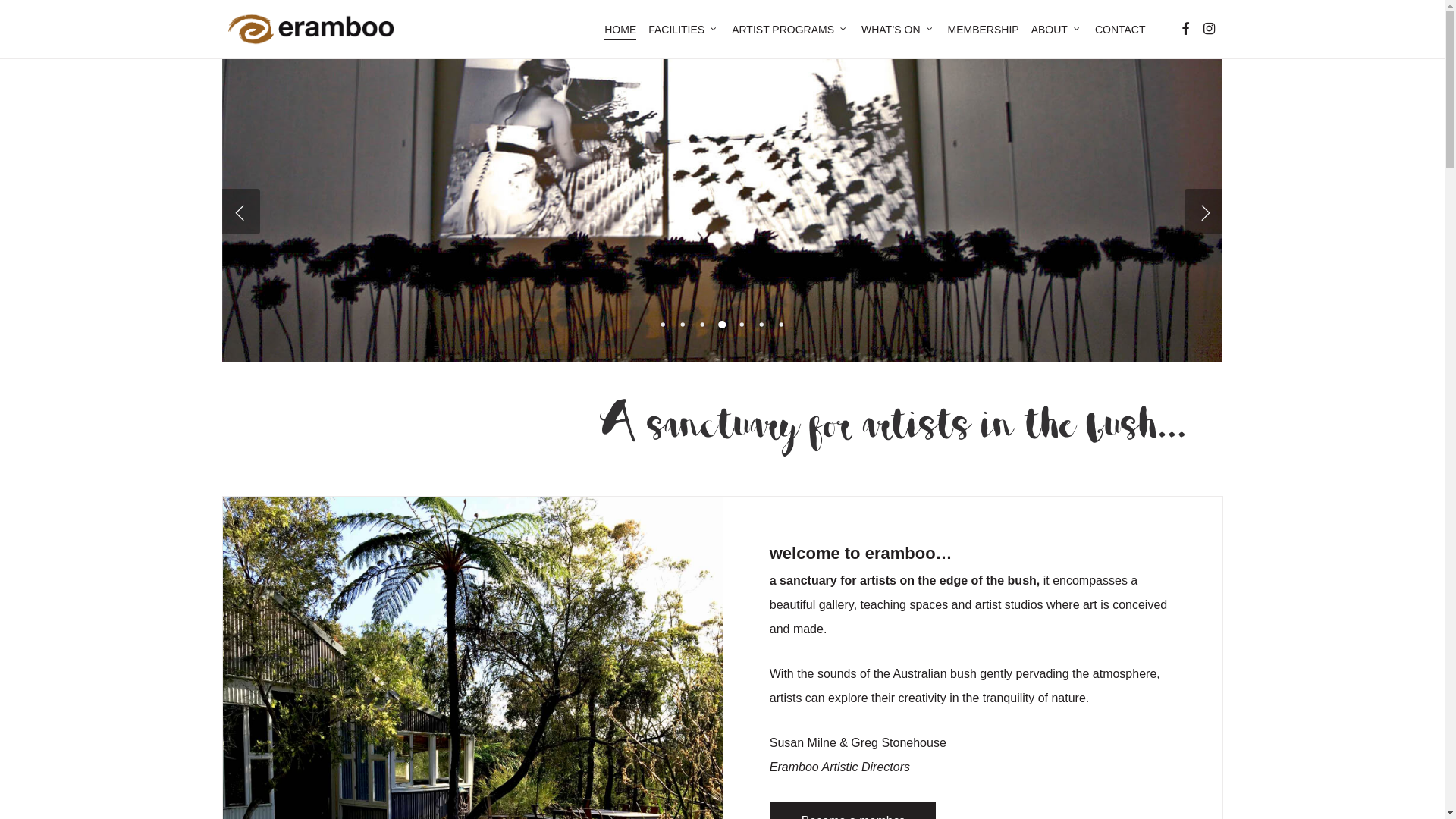  Describe the element at coordinates (1056, 29) in the screenshot. I see `'ABOUT'` at that location.